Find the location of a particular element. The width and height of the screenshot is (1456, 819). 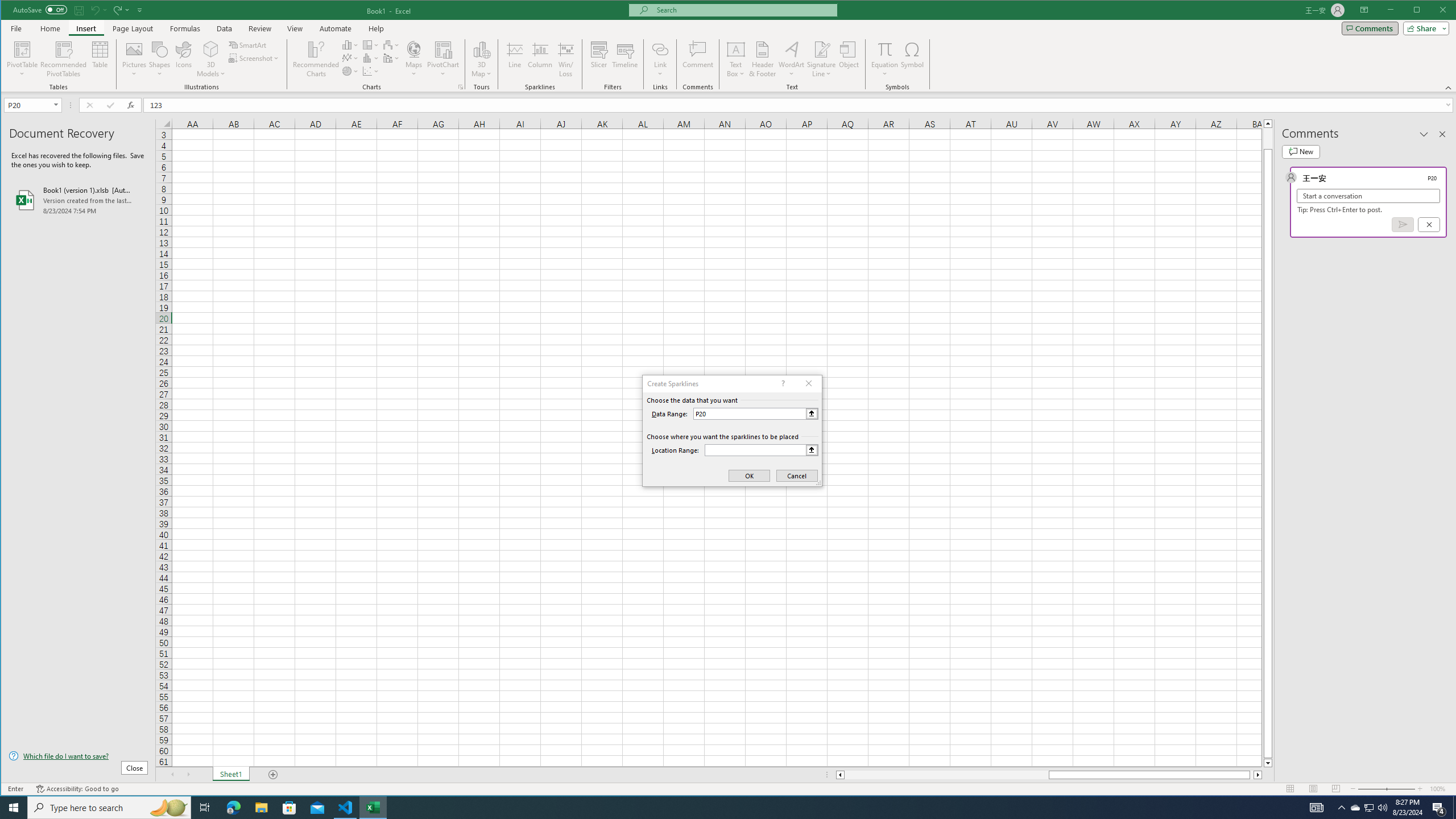

'Draw Horizontal Text Box' is located at coordinates (735, 48).